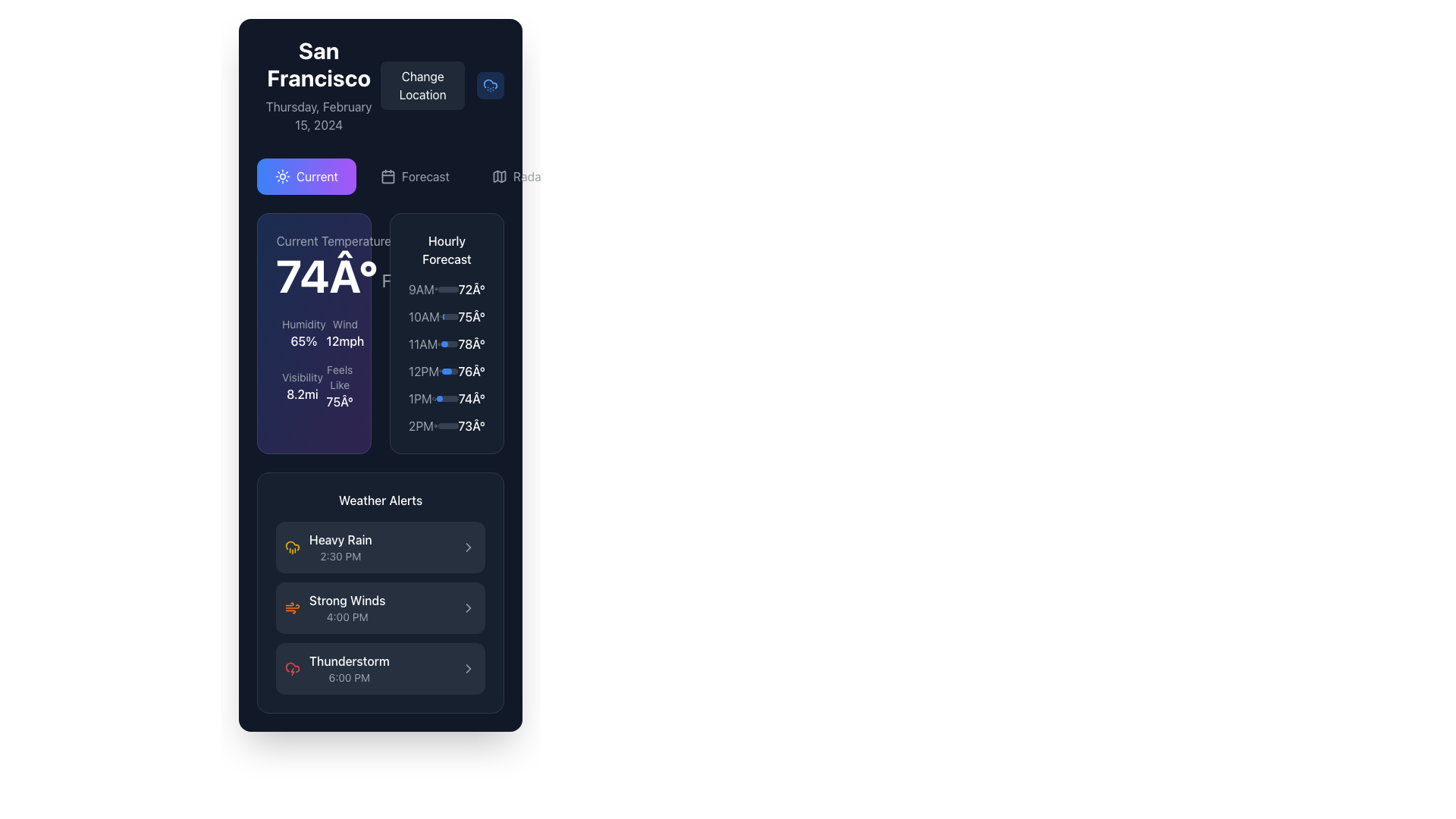 The image size is (1456, 819). Describe the element at coordinates (302, 385) in the screenshot. I see `text information display showing 'Visibility' in small gray font and '8.2mi' in larger white font, located below the temperature information in the left panel` at that location.